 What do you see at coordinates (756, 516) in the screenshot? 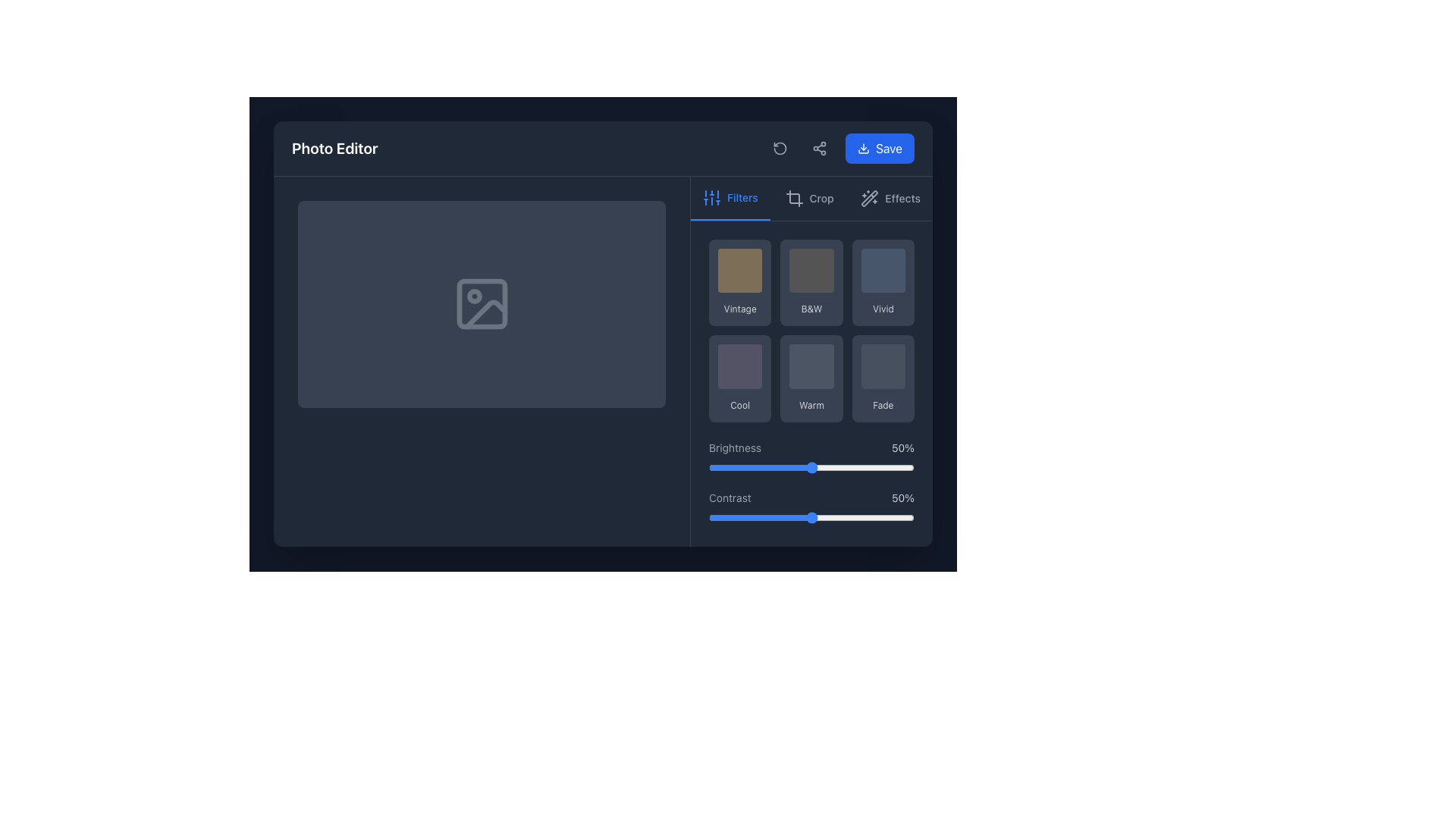
I see `the contrast` at bounding box center [756, 516].